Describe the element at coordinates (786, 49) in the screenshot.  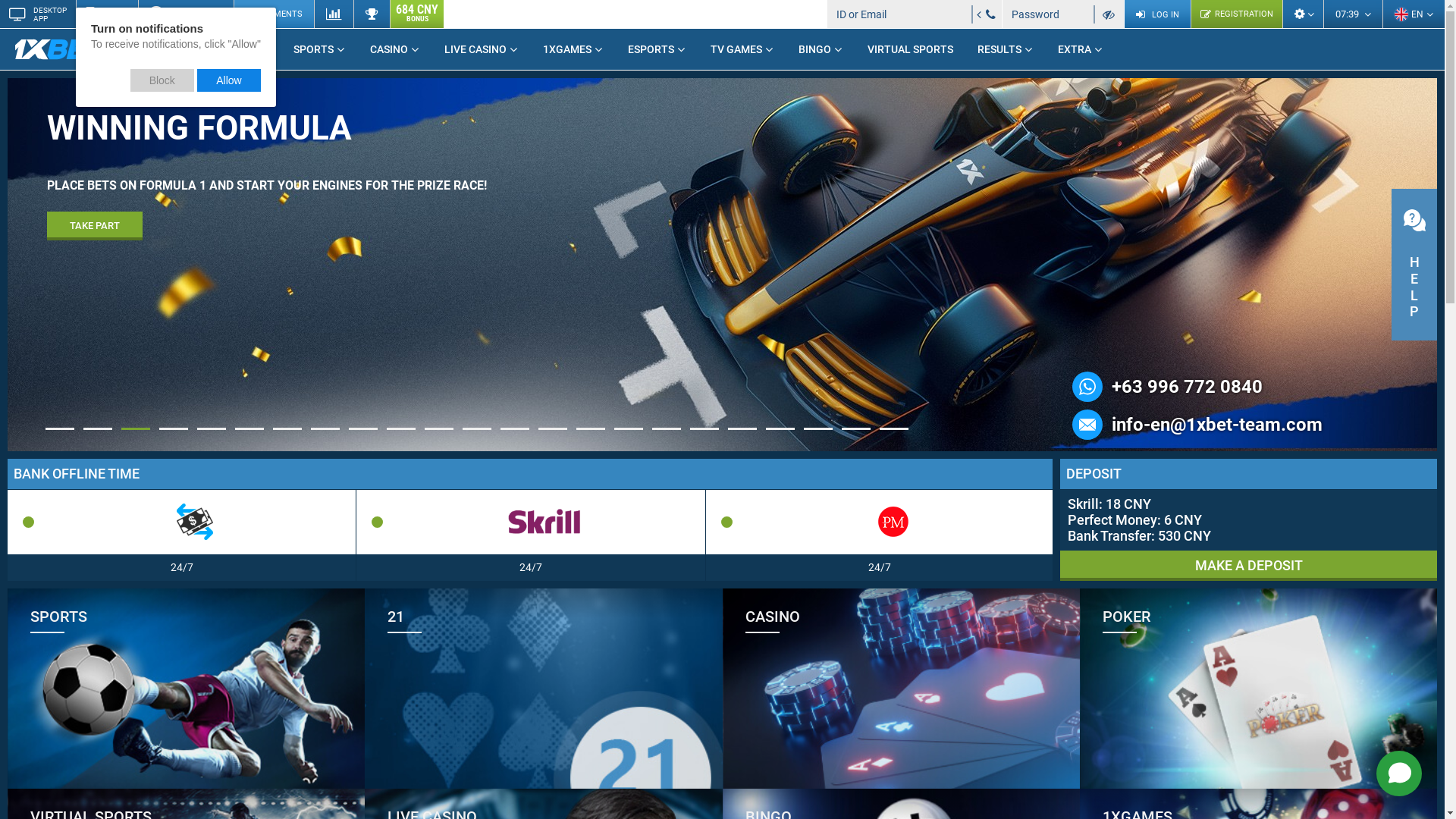
I see `'BINGO'` at that location.